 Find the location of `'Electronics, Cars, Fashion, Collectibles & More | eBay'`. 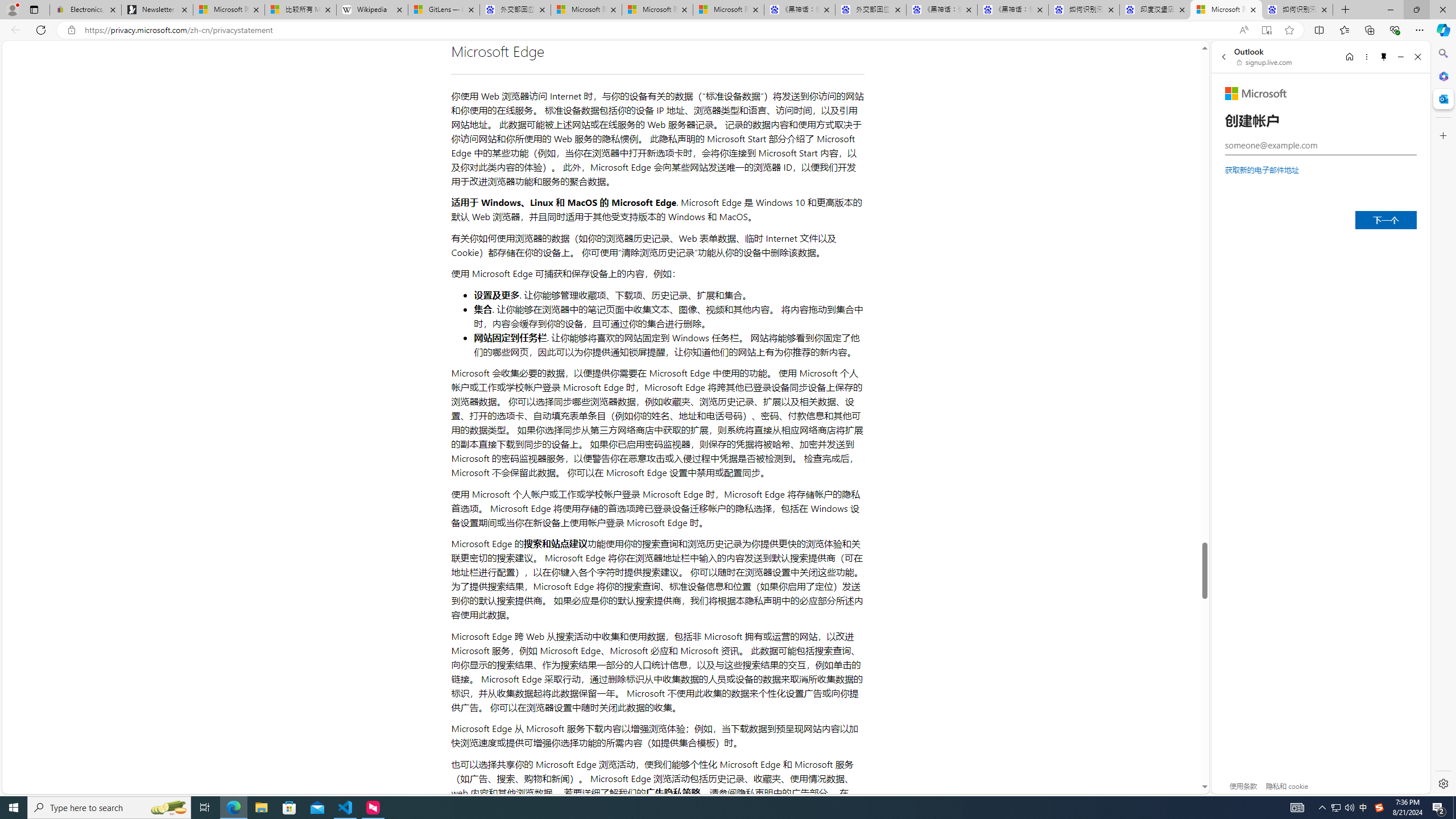

'Electronics, Cars, Fashion, Collectibles & More | eBay' is located at coordinates (85, 9).